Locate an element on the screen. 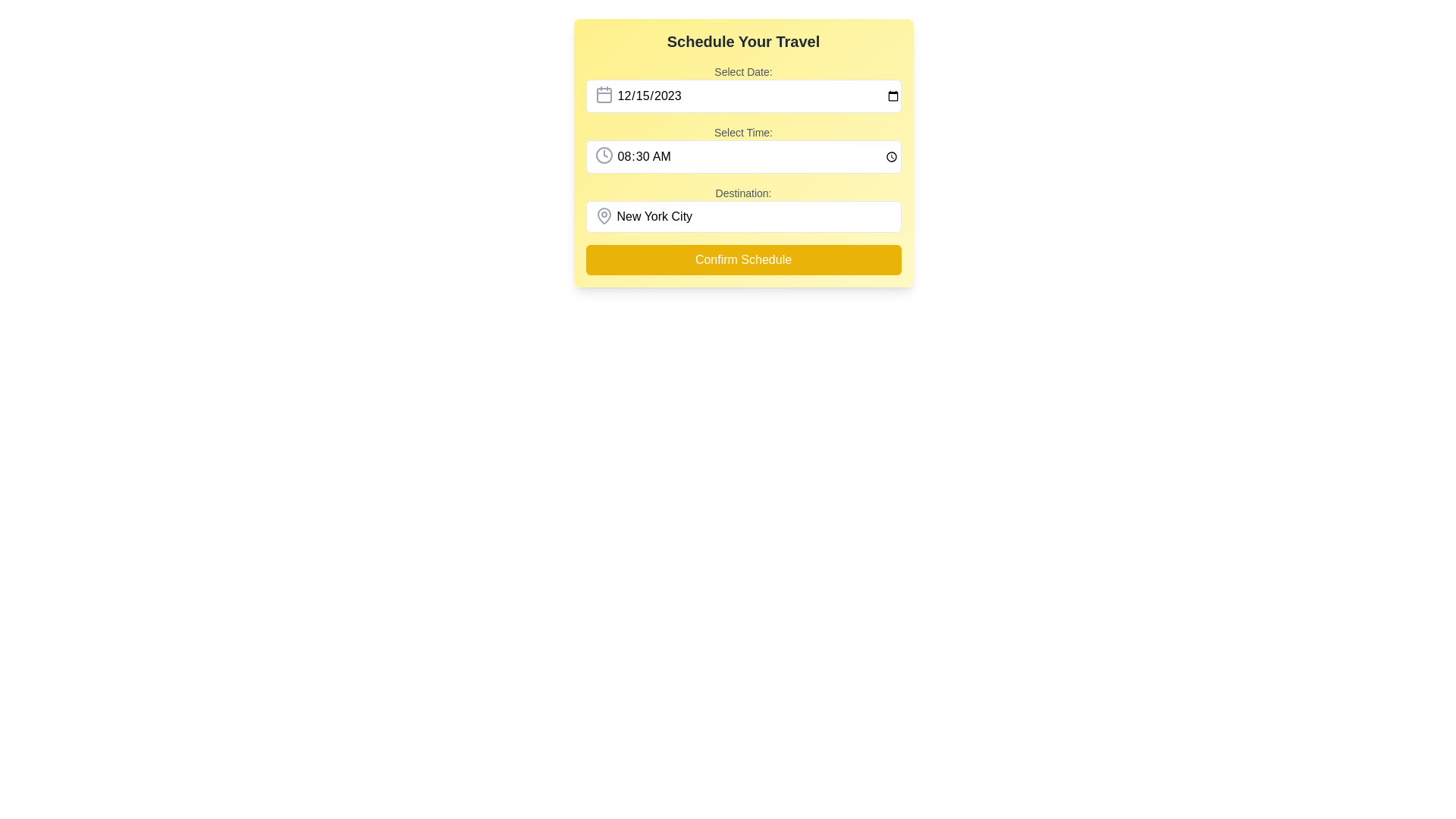  the Time selection input field labeled 'Select Time:' to enable editing is located at coordinates (743, 149).